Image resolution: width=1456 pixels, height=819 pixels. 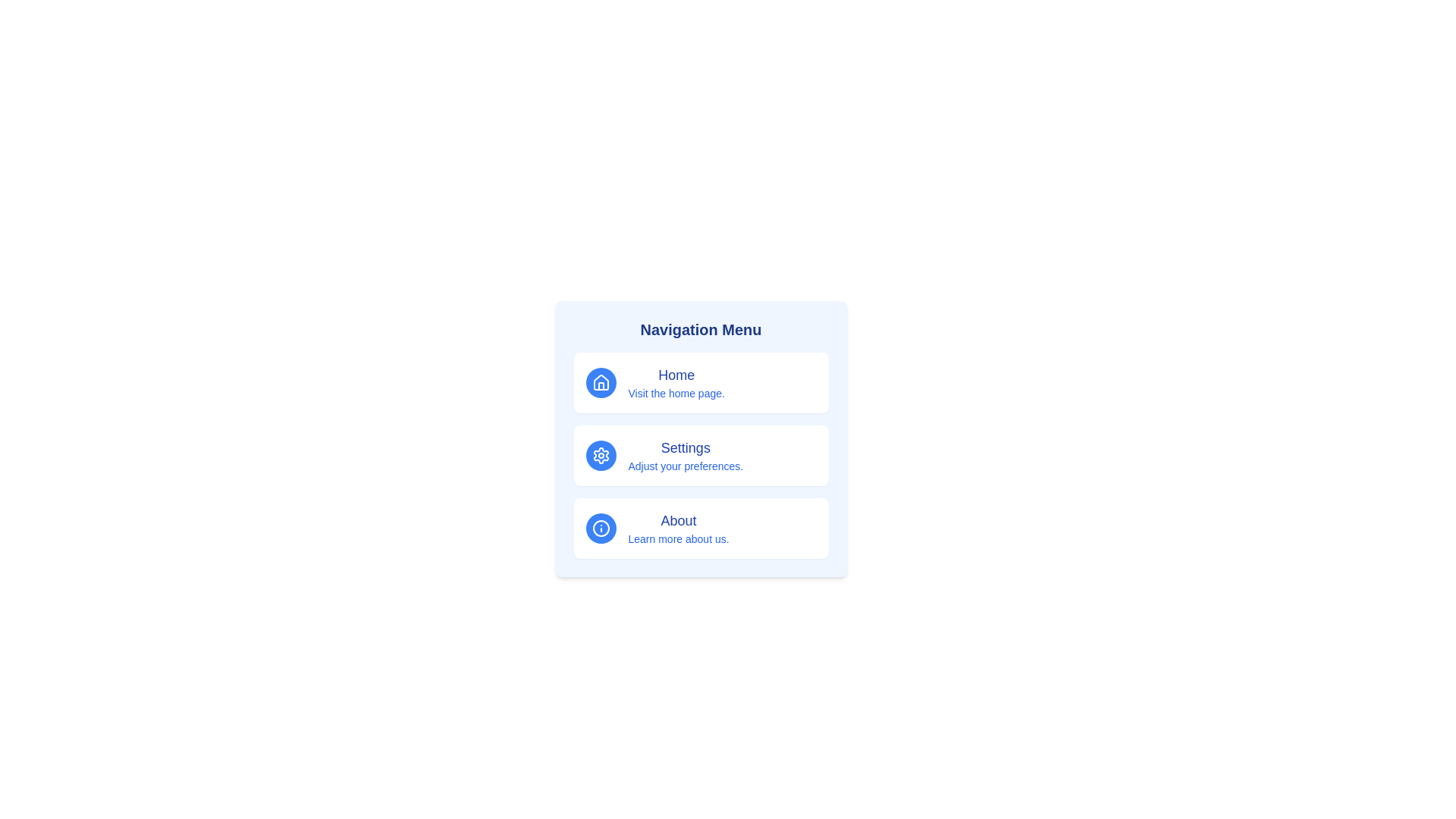 What do you see at coordinates (685, 447) in the screenshot?
I see `the 'Settings' text label, which is a blue, bold medium font title in the Navigation Menu, located above the subtitle 'Adjust your preferences.'` at bounding box center [685, 447].